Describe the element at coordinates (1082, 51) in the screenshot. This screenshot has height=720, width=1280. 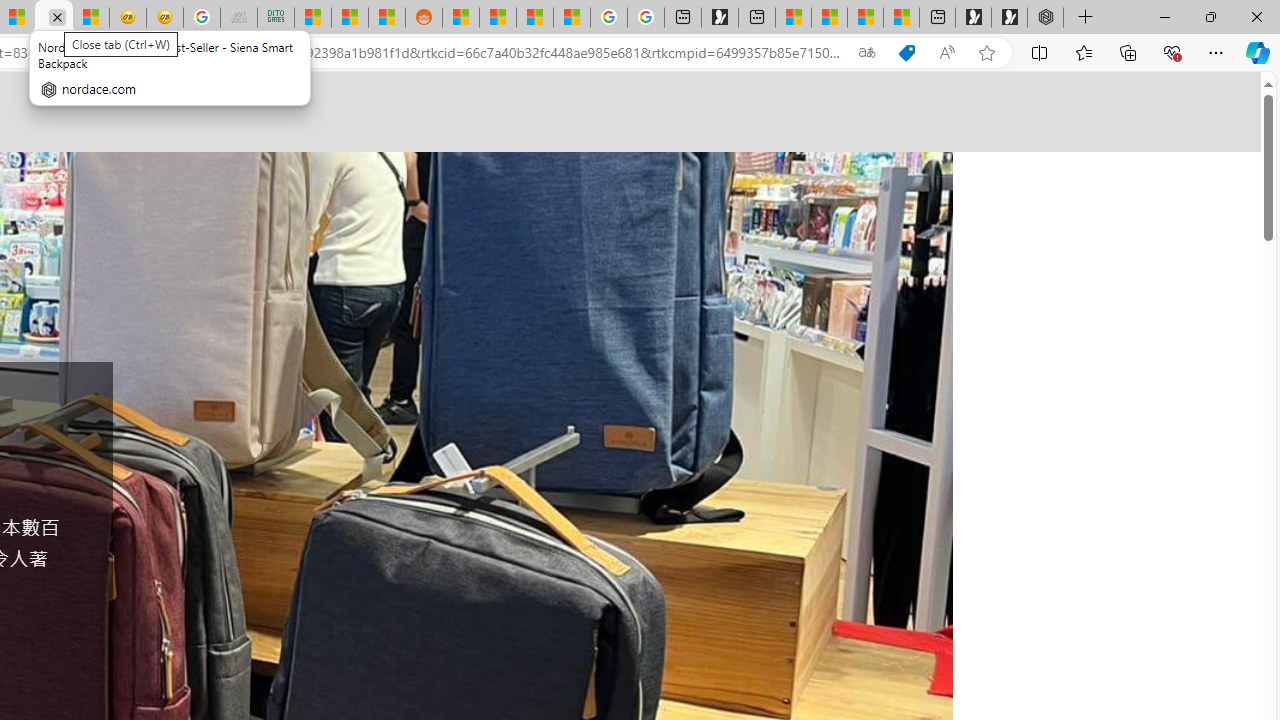
I see `'Favorites'` at that location.